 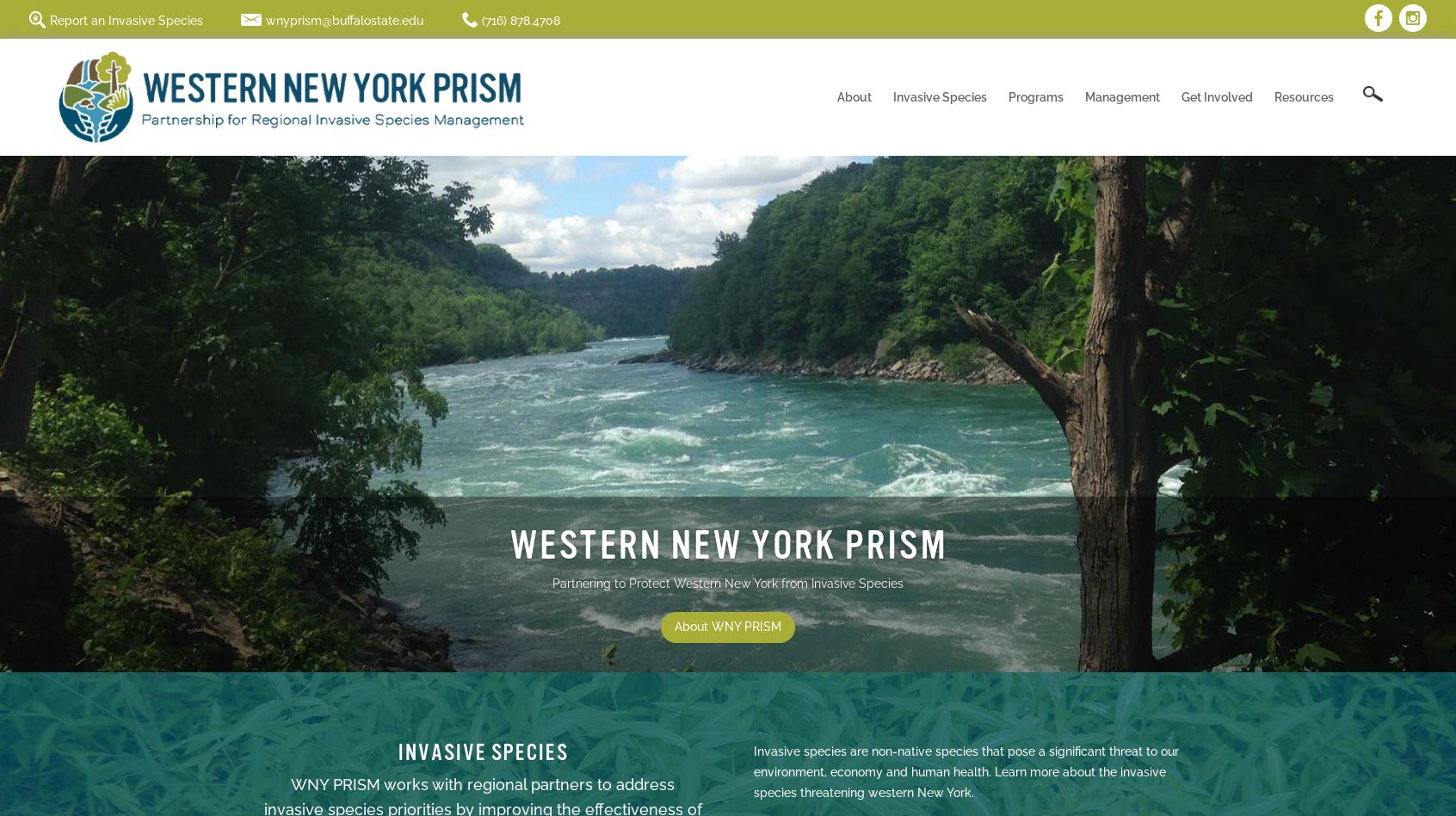 What do you see at coordinates (939, 96) in the screenshot?
I see `'Invasive Species'` at bounding box center [939, 96].